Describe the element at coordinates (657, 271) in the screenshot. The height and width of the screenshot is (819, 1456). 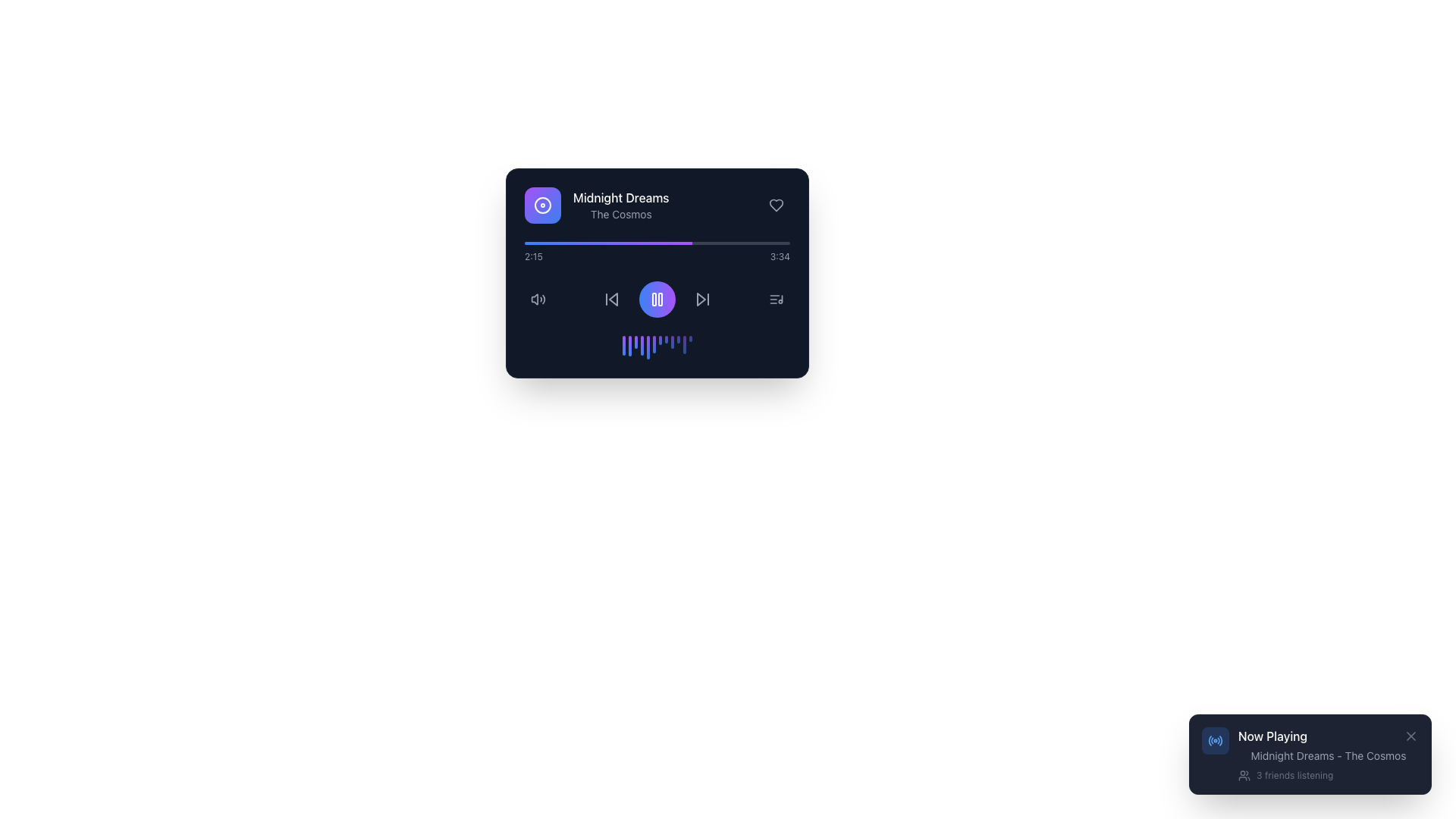
I see `the music player widget located centrally in the layout to control playback` at that location.